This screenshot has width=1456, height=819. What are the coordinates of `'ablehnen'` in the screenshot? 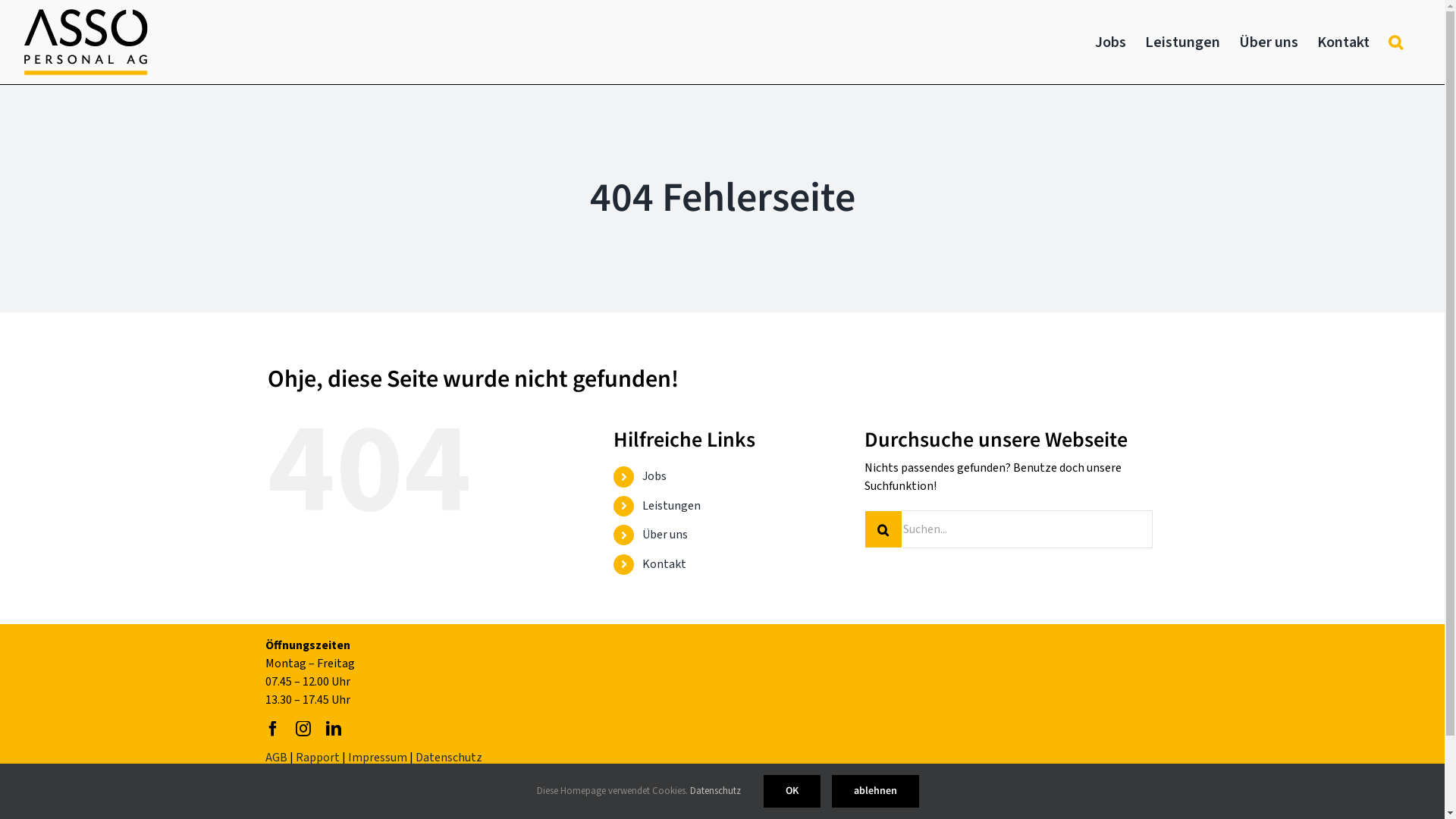 It's located at (875, 790).